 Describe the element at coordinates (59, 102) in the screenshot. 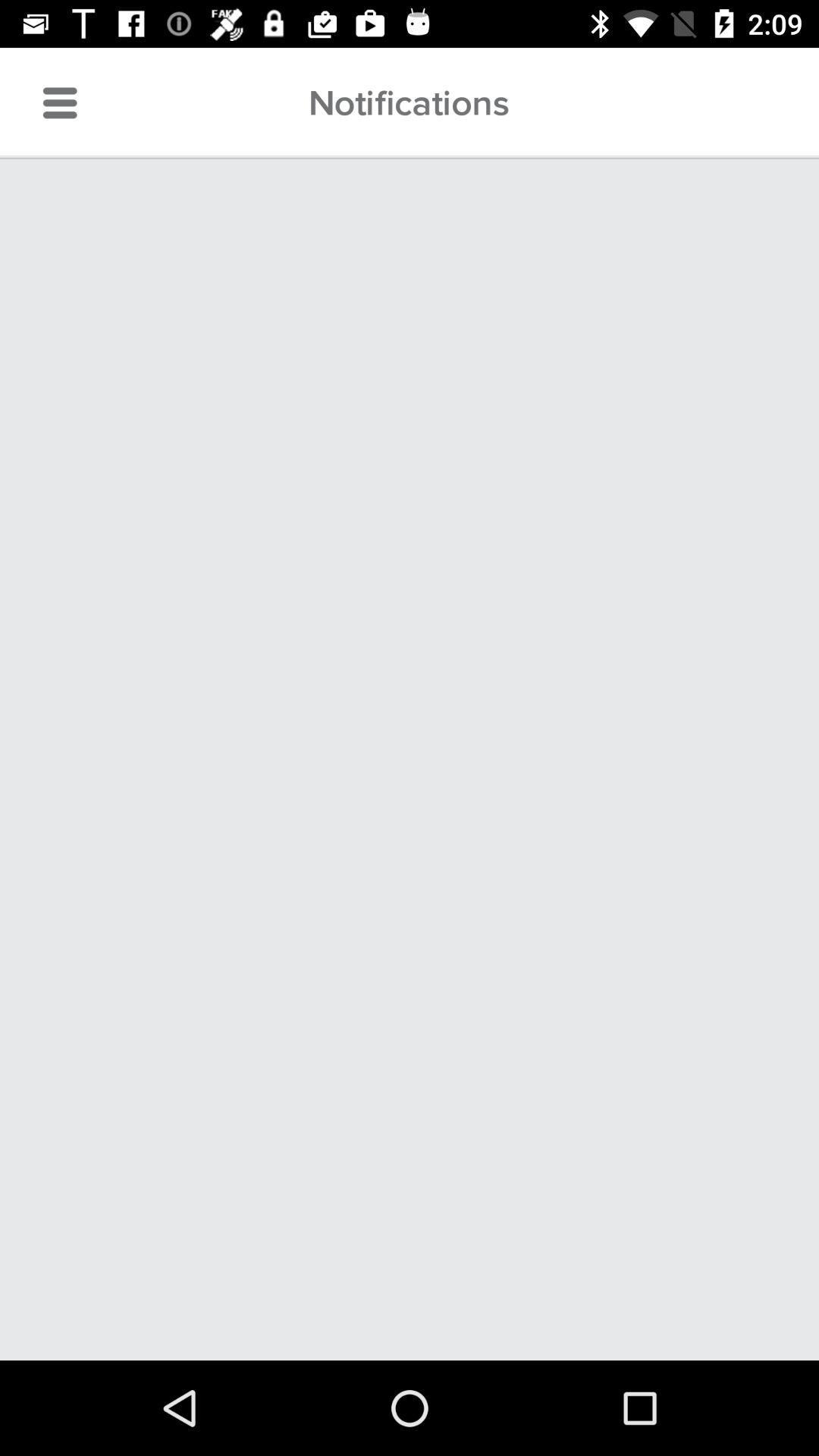

I see `the menu icon` at that location.